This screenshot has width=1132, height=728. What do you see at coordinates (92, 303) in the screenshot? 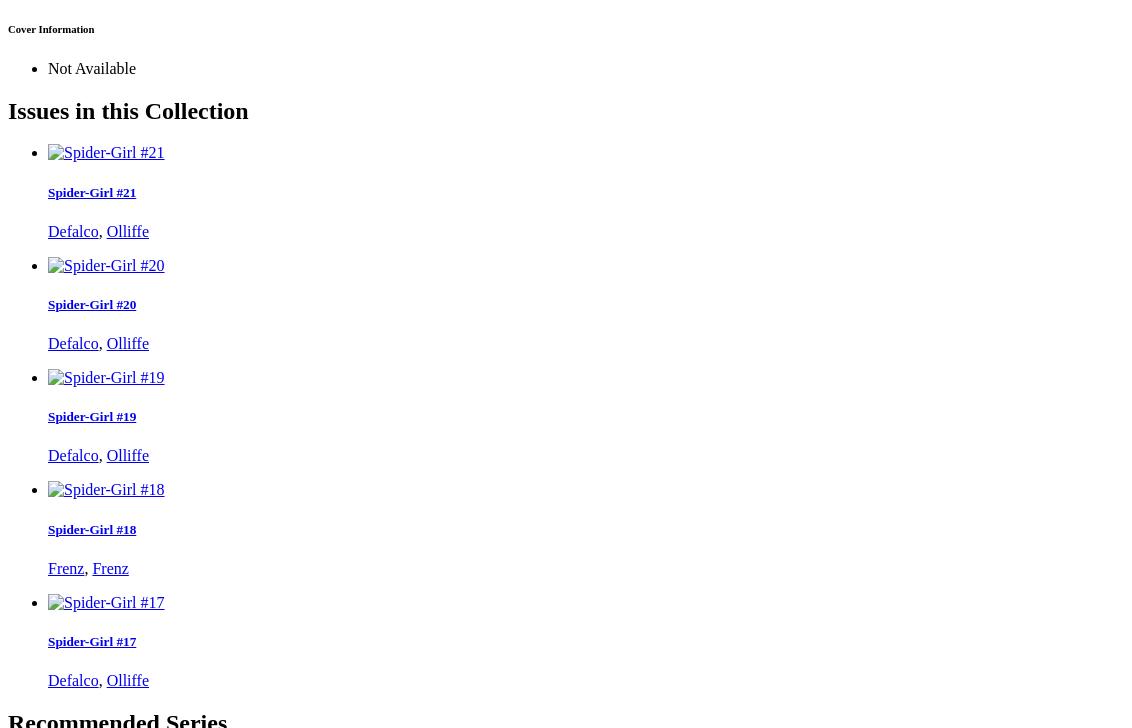
I see `'Spider-Girl #20'` at bounding box center [92, 303].